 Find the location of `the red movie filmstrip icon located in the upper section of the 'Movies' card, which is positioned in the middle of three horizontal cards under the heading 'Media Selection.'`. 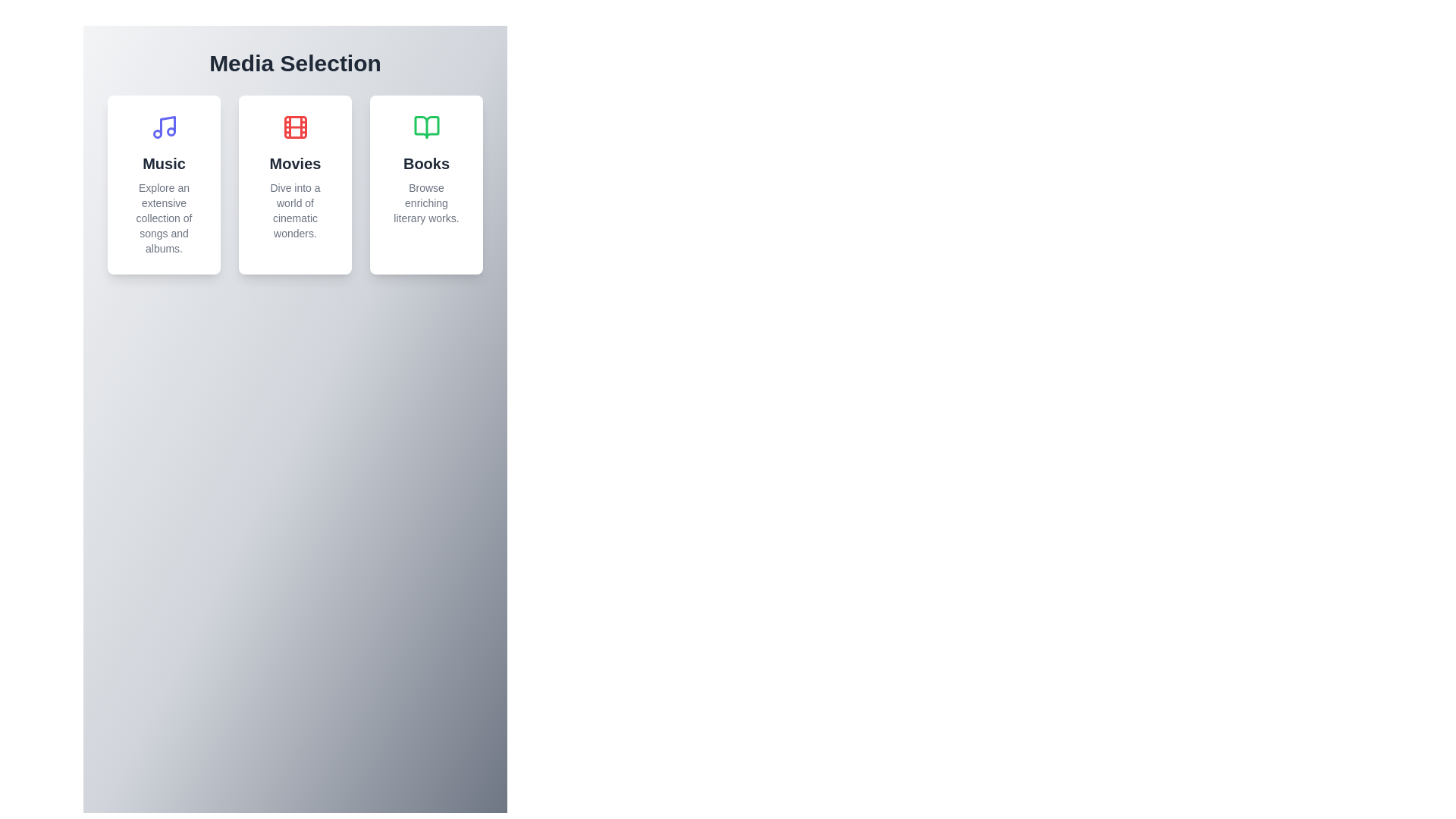

the red movie filmstrip icon located in the upper section of the 'Movies' card, which is positioned in the middle of three horizontal cards under the heading 'Media Selection.' is located at coordinates (295, 127).